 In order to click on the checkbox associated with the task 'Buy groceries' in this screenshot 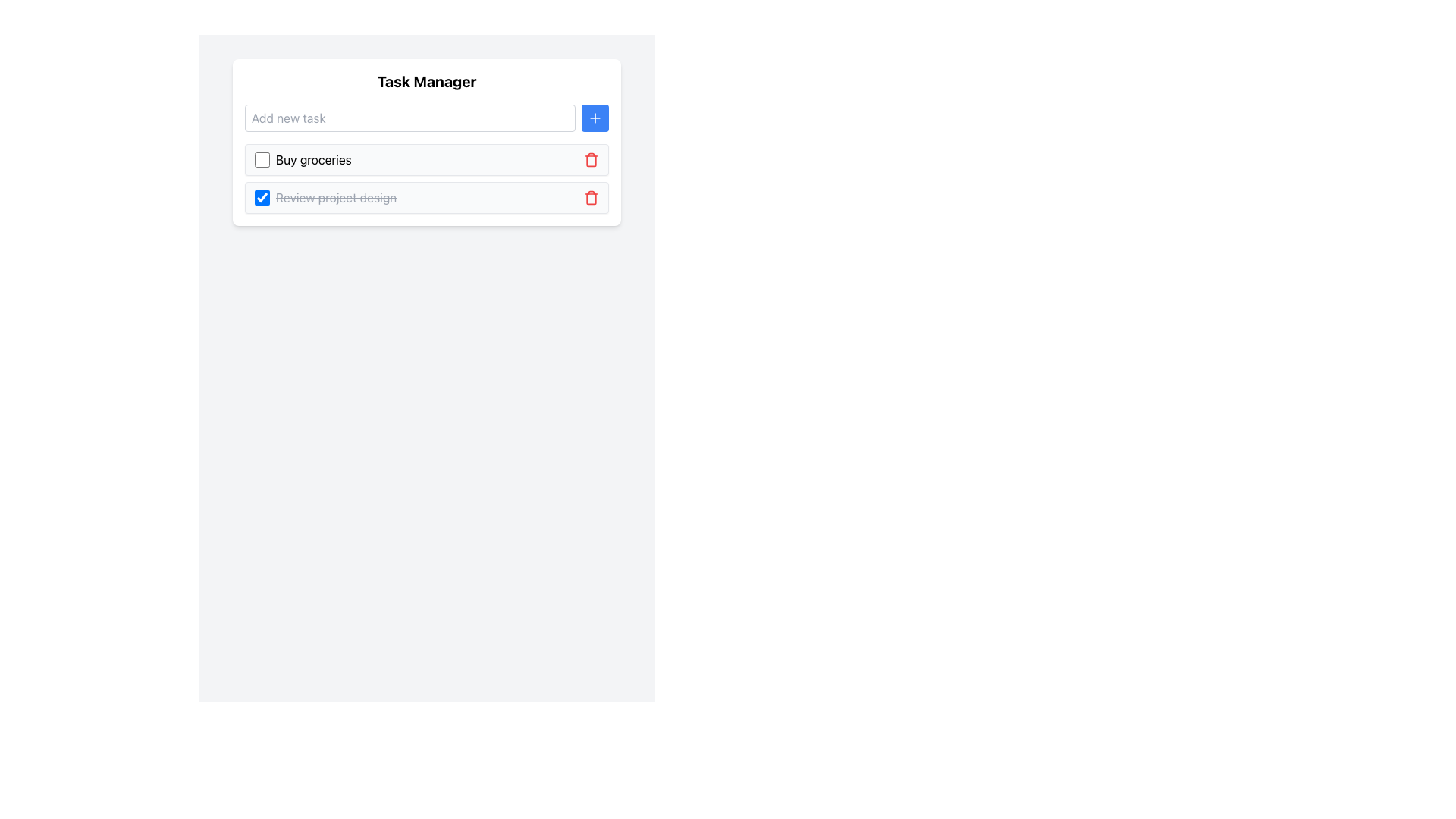, I will do `click(262, 160)`.